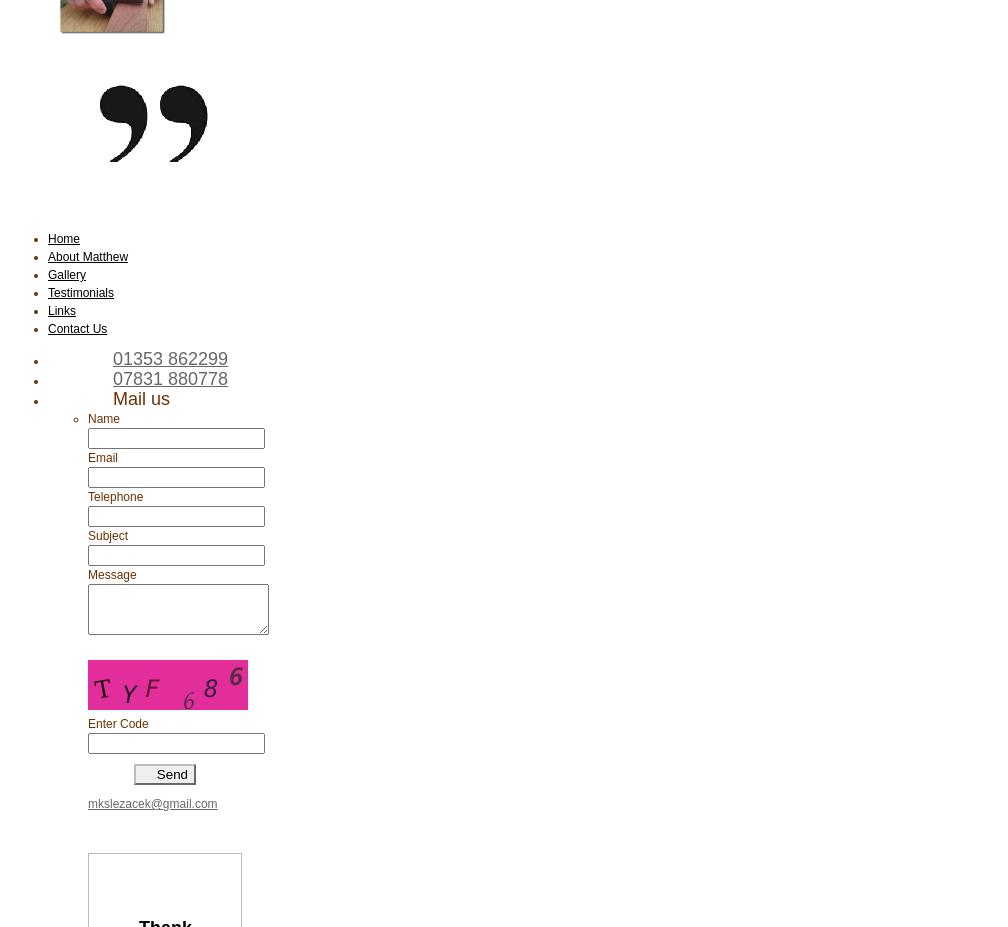 The image size is (1008, 927). Describe the element at coordinates (170, 358) in the screenshot. I see `'01353 862299'` at that location.